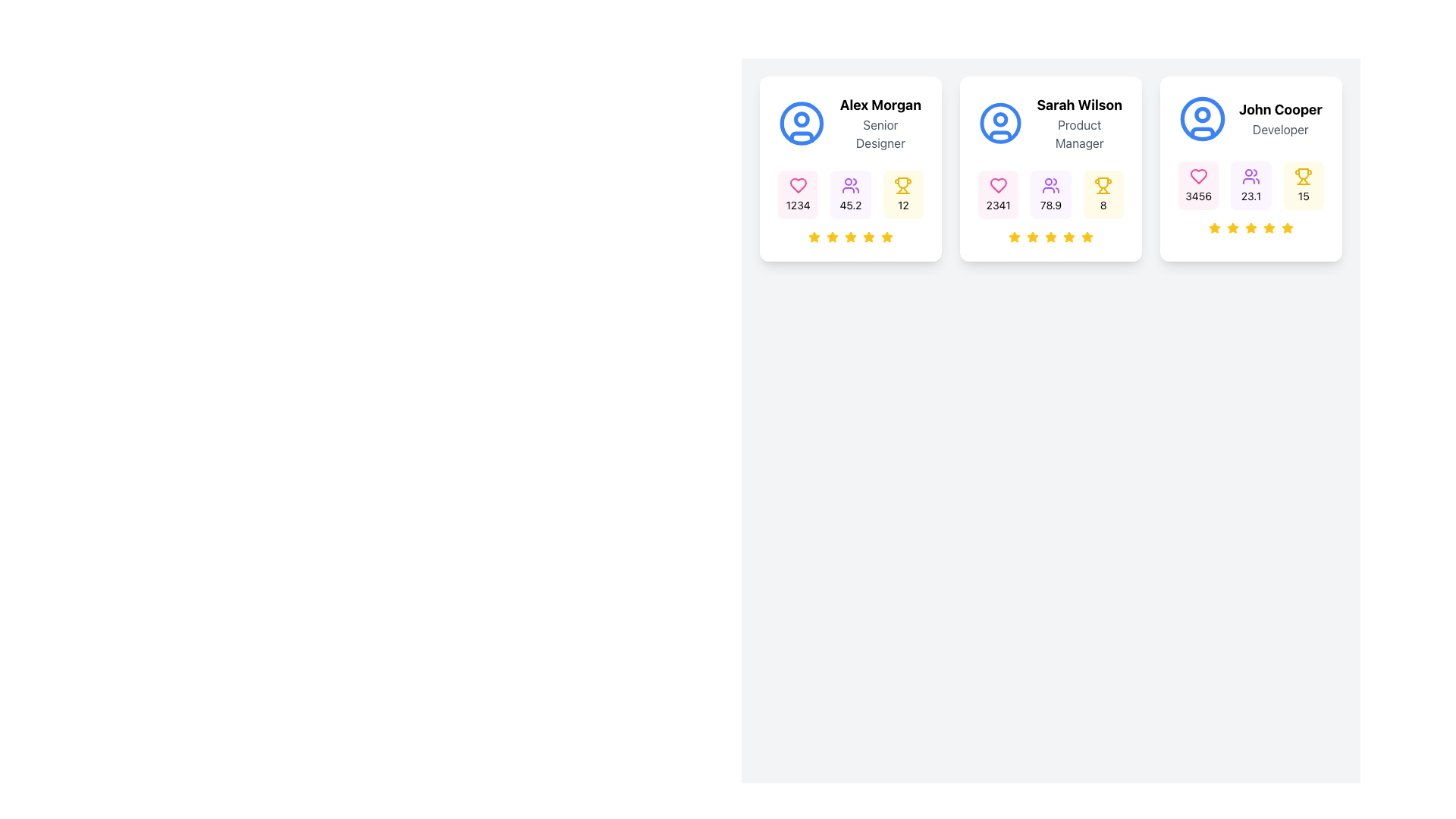  Describe the element at coordinates (851, 194) in the screenshot. I see `the middle Data display block that shows the numerical value related to the purple user icon, located beneath the title 'Alex Morgan' and above the star rating icons` at that location.